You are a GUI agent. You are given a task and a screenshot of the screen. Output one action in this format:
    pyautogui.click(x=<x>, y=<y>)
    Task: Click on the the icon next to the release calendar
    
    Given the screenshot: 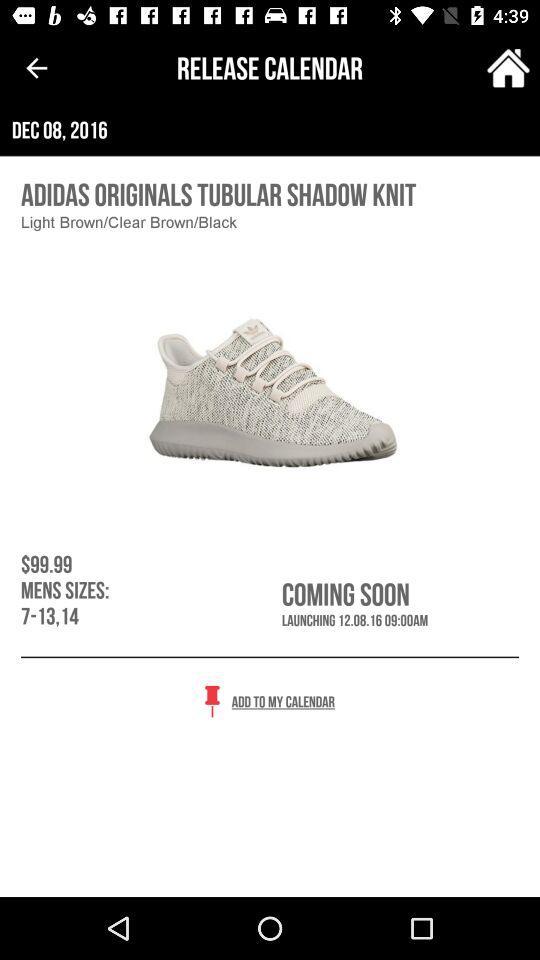 What is the action you would take?
    pyautogui.click(x=36, y=68)
    